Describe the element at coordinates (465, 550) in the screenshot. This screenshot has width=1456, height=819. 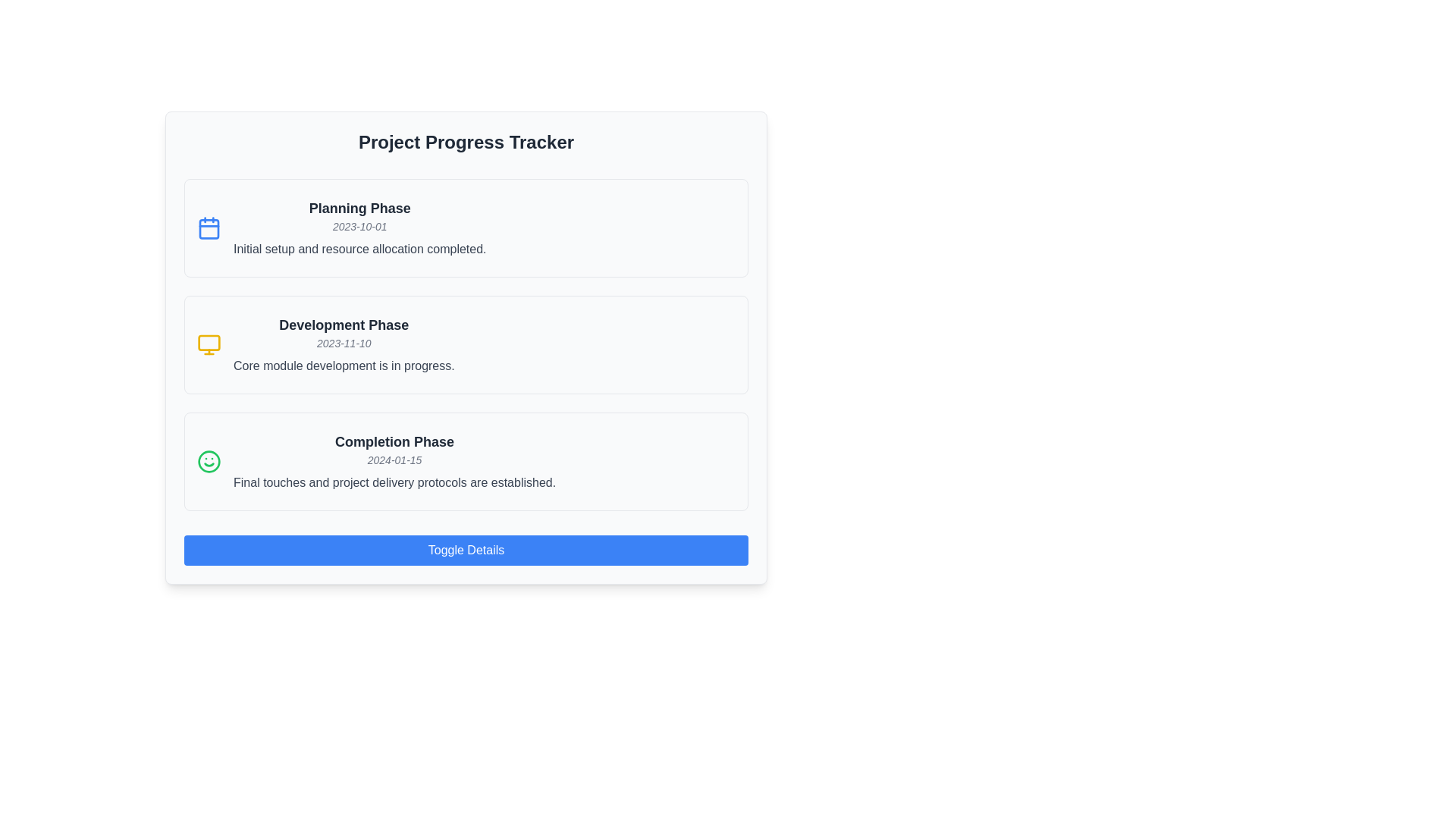
I see `the 'Toggle Details' button, which is a rectangular button with a blue background and white text, located at the bottom of the 'Project Progress Tracker' section` at that location.